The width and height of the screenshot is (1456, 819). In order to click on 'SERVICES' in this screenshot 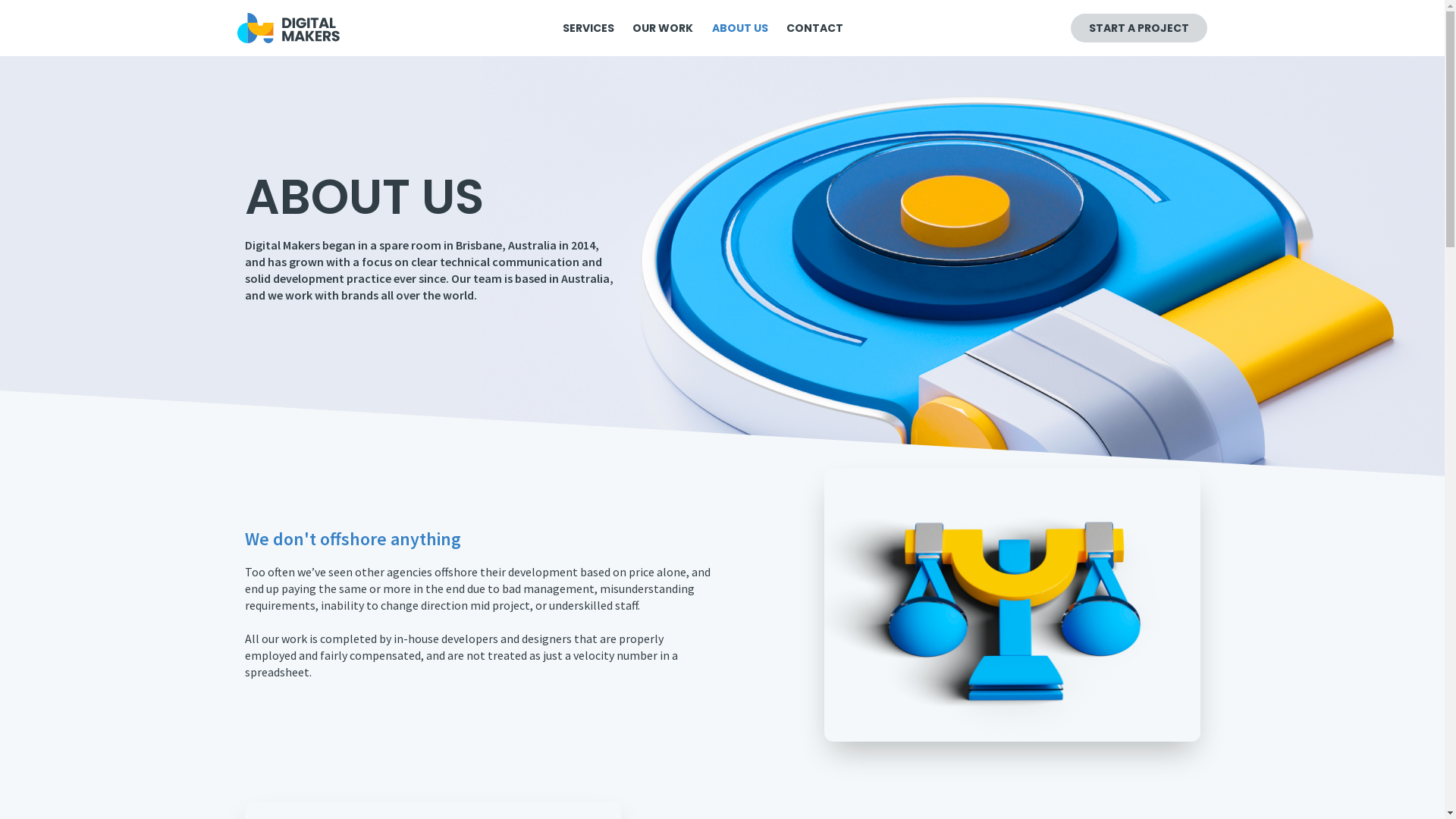, I will do `click(558, 28)`.